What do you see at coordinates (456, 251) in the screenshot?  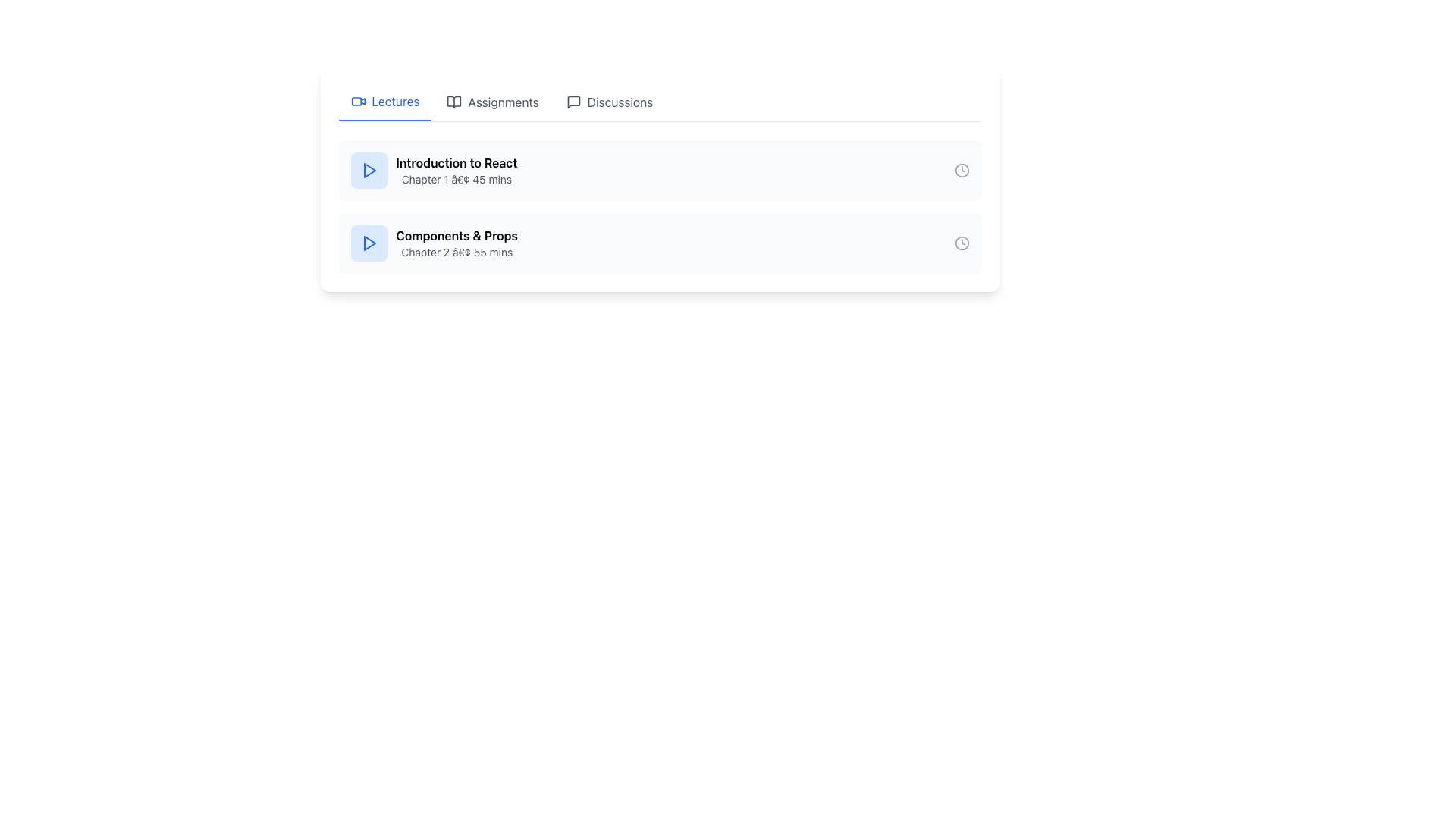 I see `the text label that displays 'Chapter 2 â€¢ 55 mins', which is positioned beneath 'Components & Props' in a compact block design` at bounding box center [456, 251].